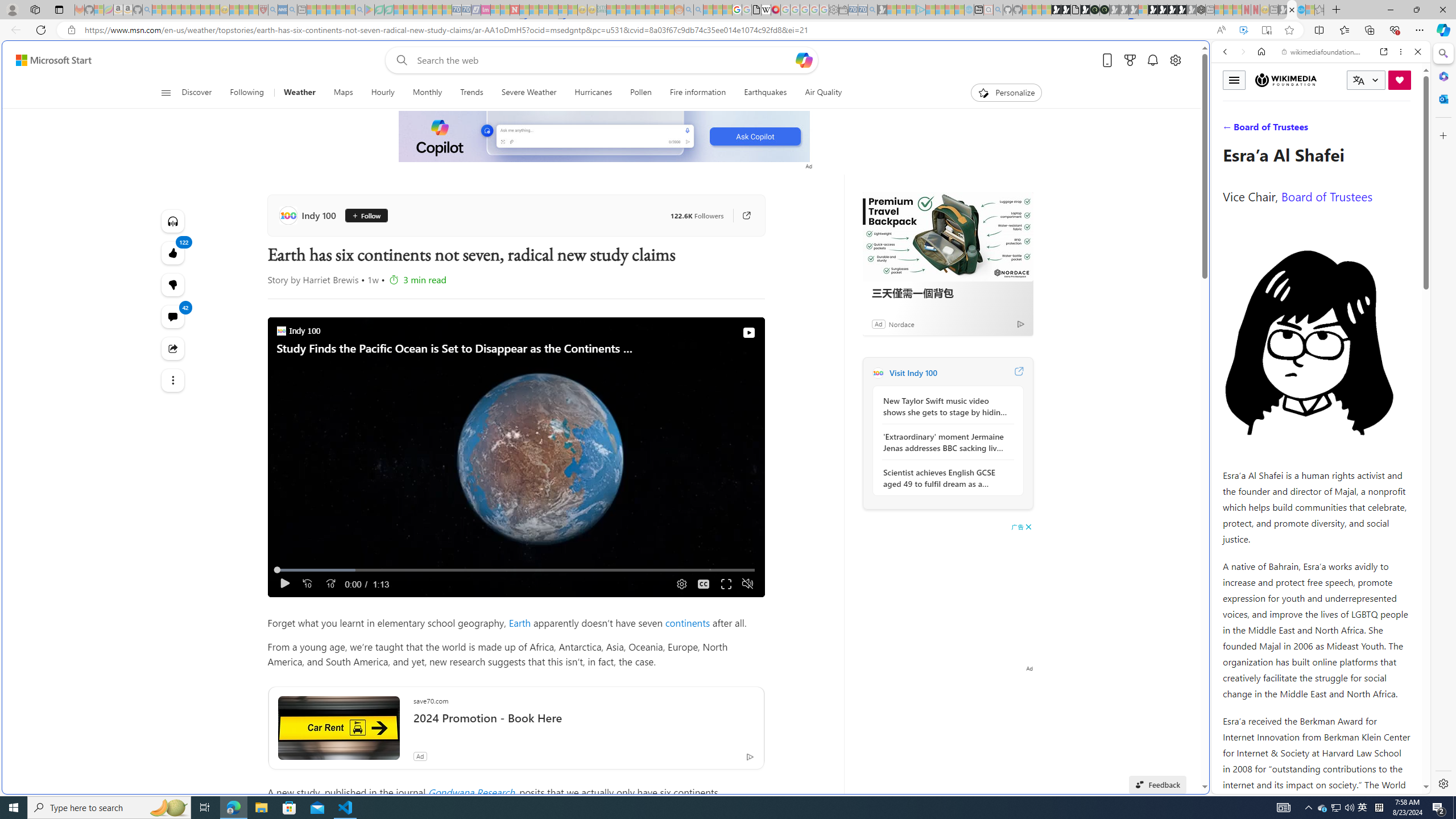  I want to click on 'Air Quality', so click(823, 92).